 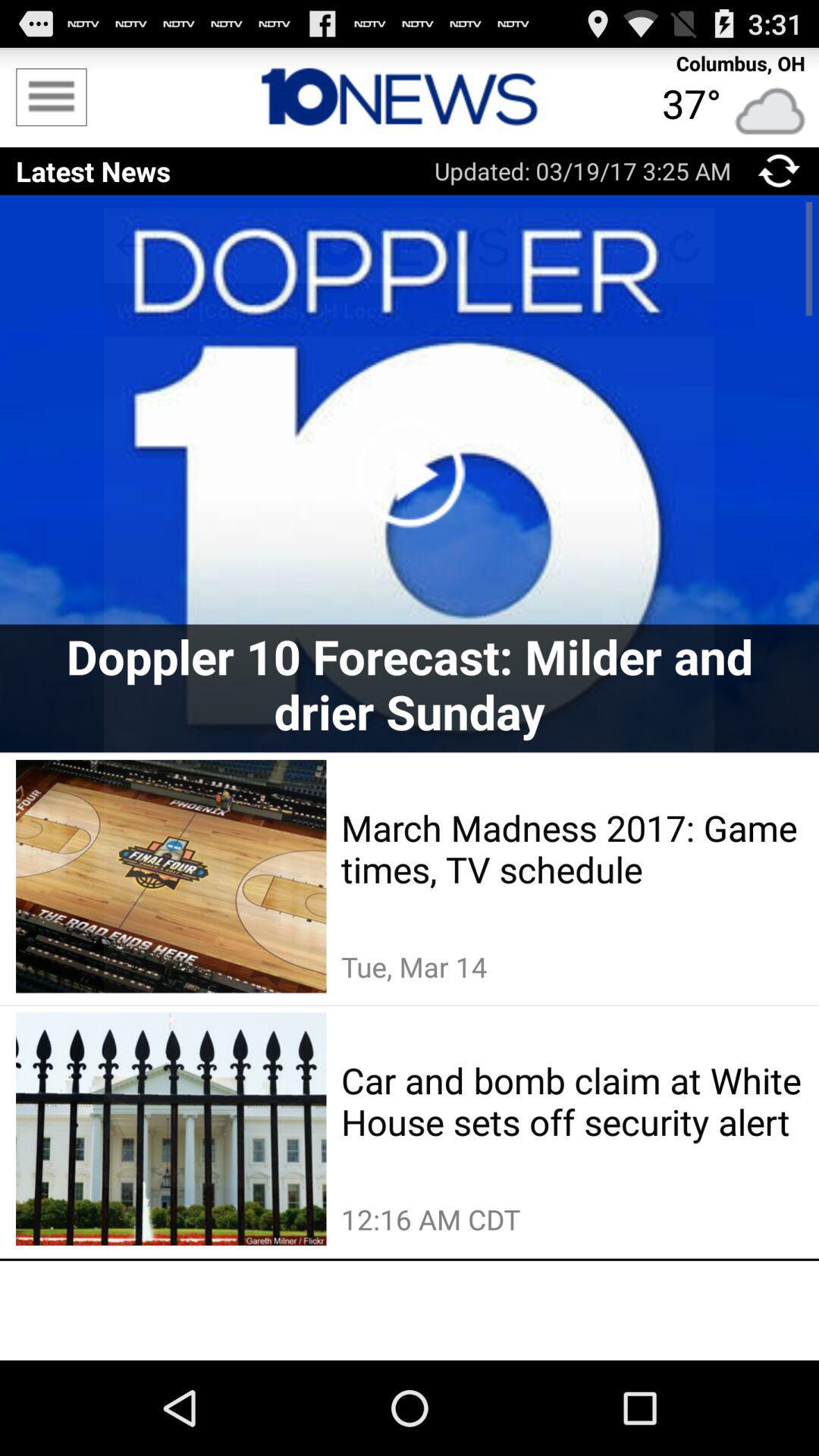 I want to click on the car and bomb item, so click(x=572, y=1100).